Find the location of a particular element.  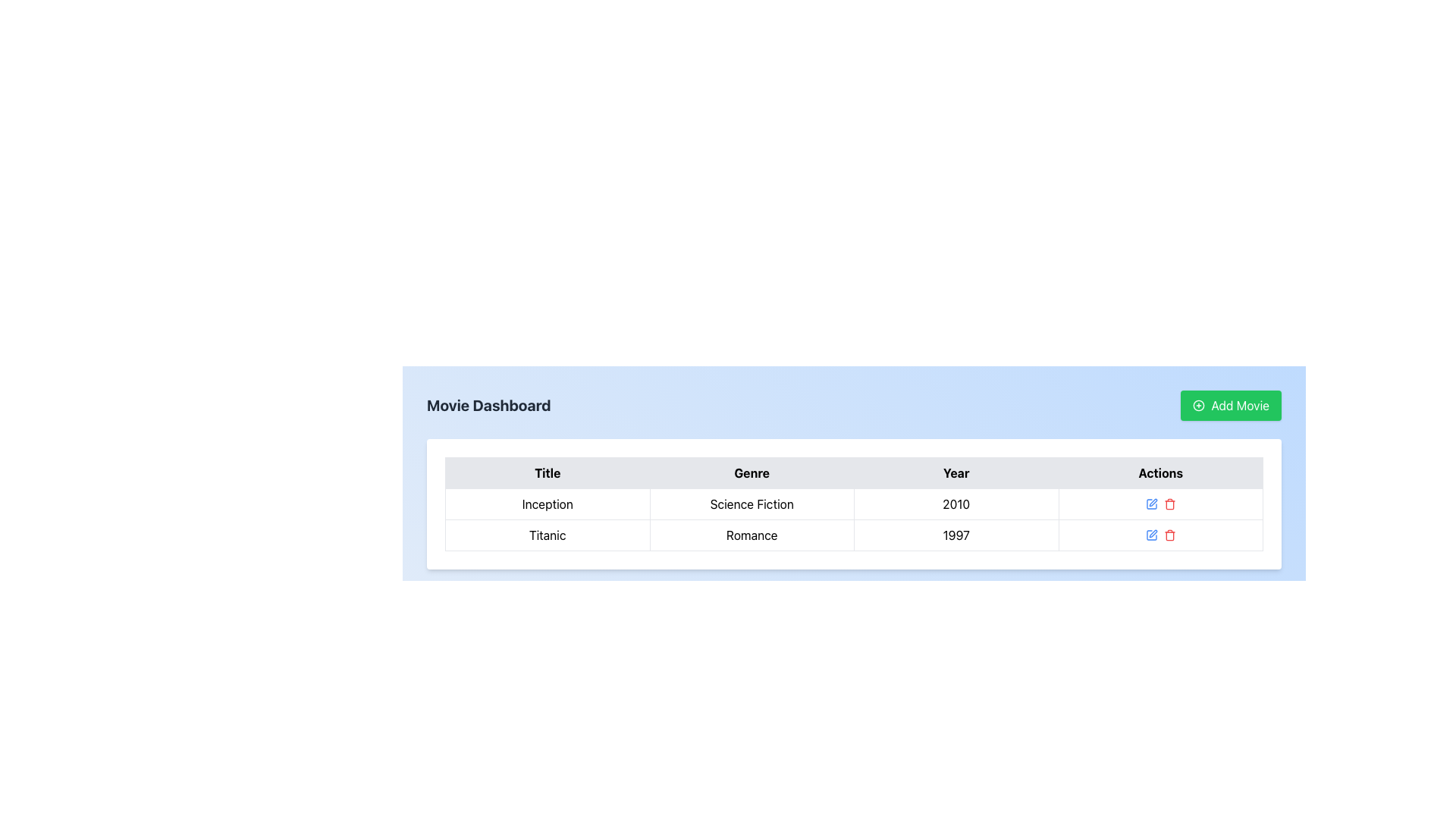

the Text Display element containing the phrase 'Science Fiction' in the movie information table for 'Inception' is located at coordinates (752, 504).